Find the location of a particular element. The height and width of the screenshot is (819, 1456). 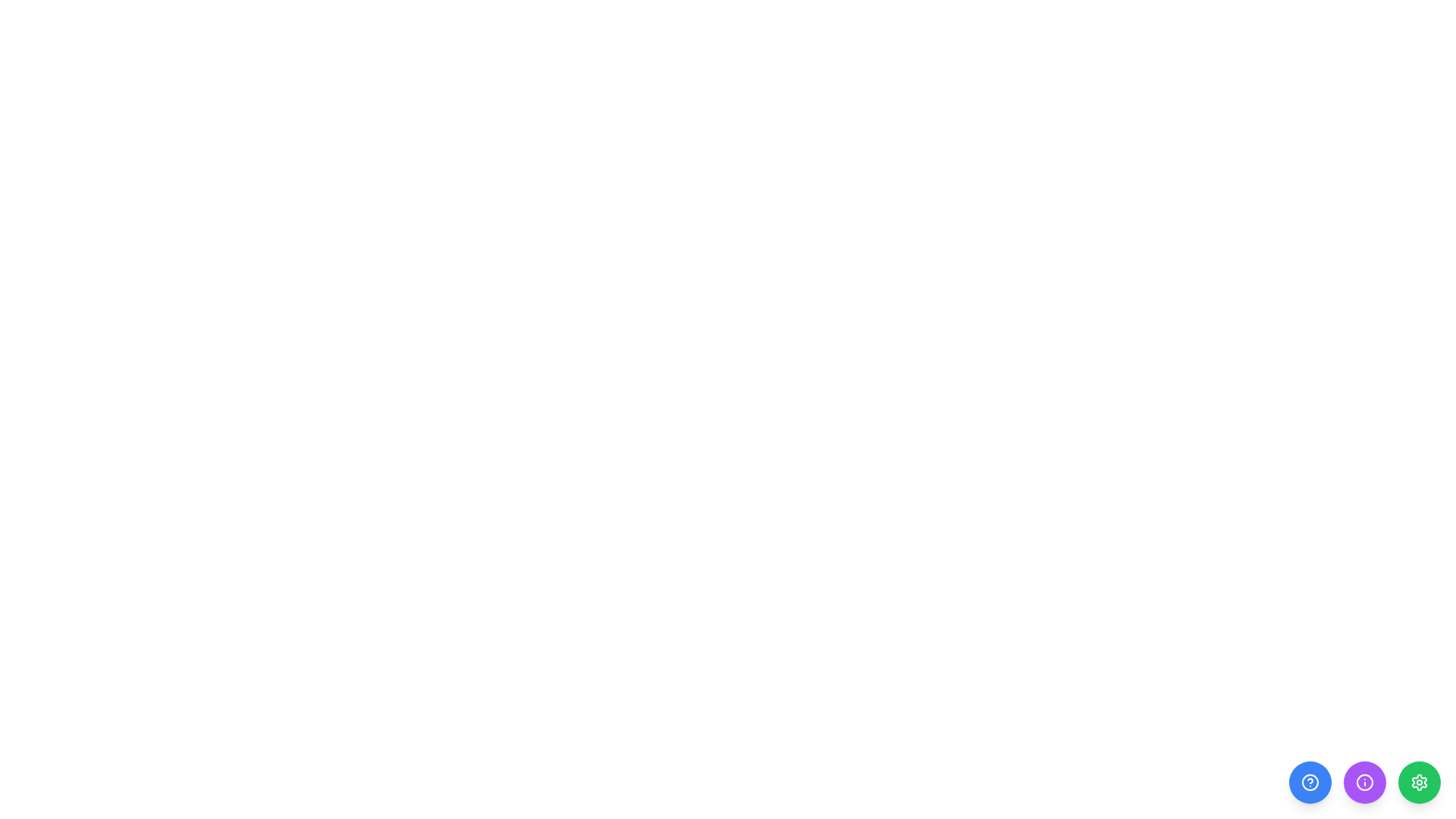

the settings icon located at the bottom-right section of the interface is located at coordinates (1419, 783).